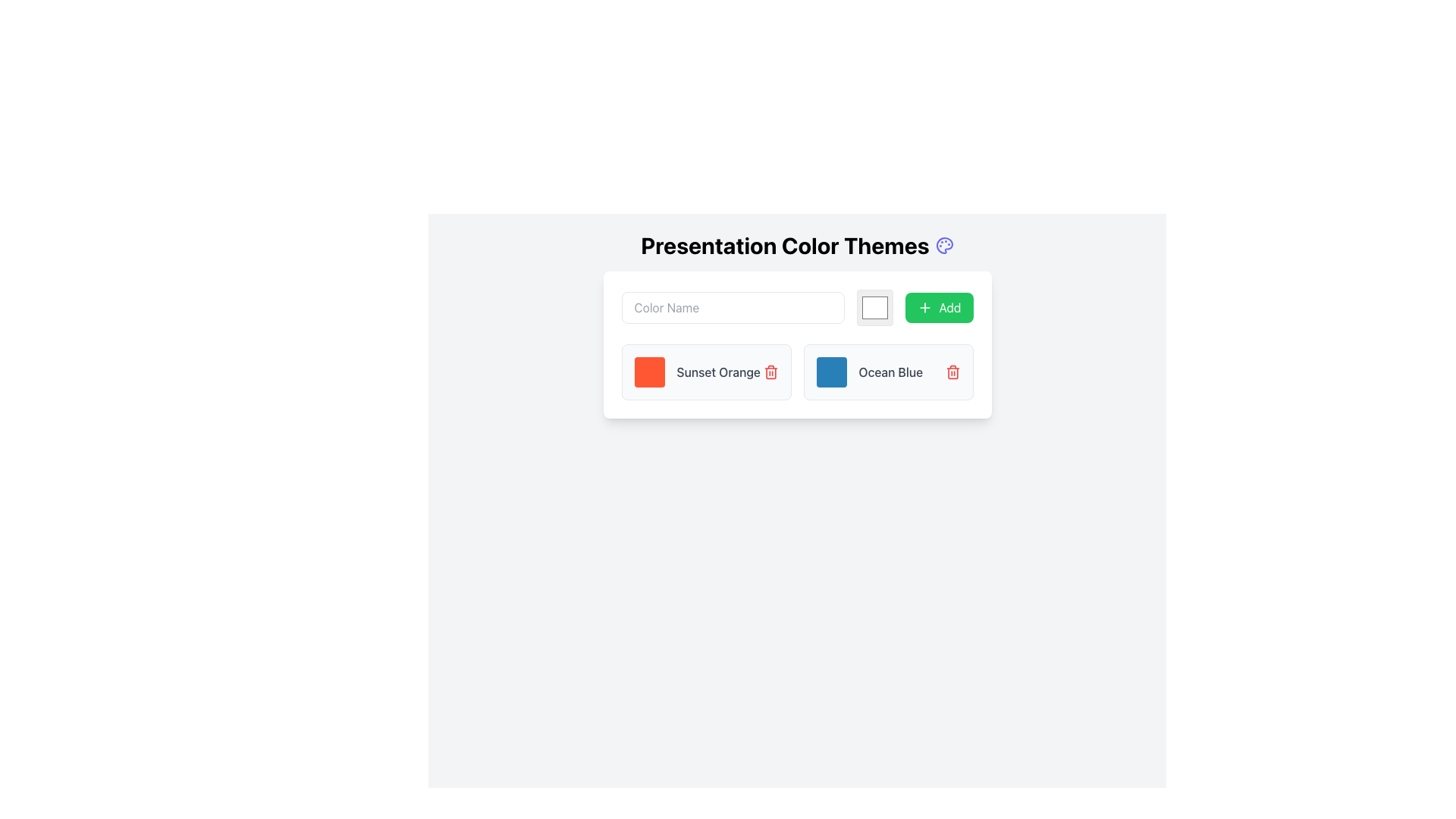  I want to click on the 'Sunset Orange' color selection option, so click(695, 372).